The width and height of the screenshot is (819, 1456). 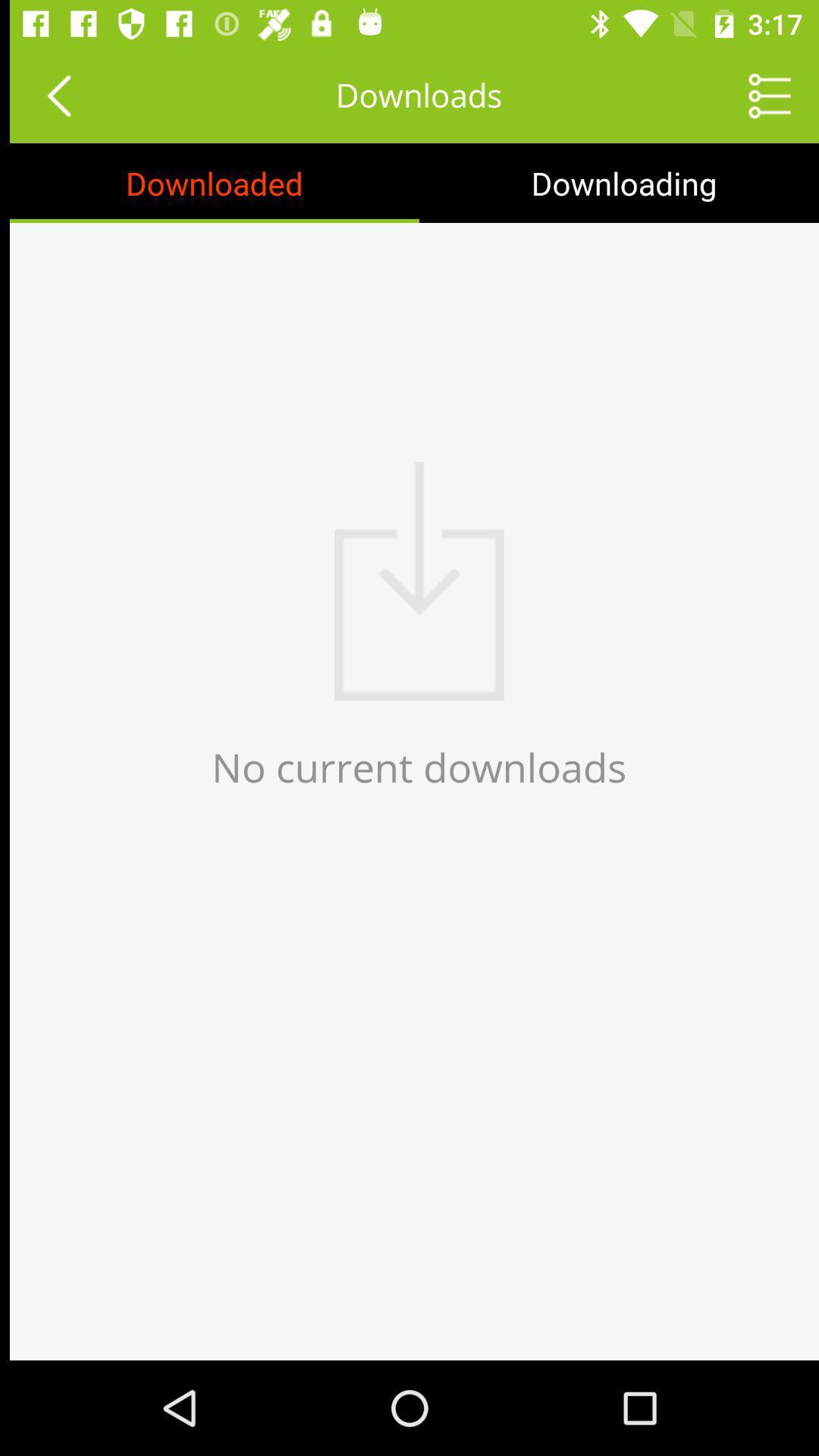 I want to click on icon next to downloads, so click(x=48, y=94).